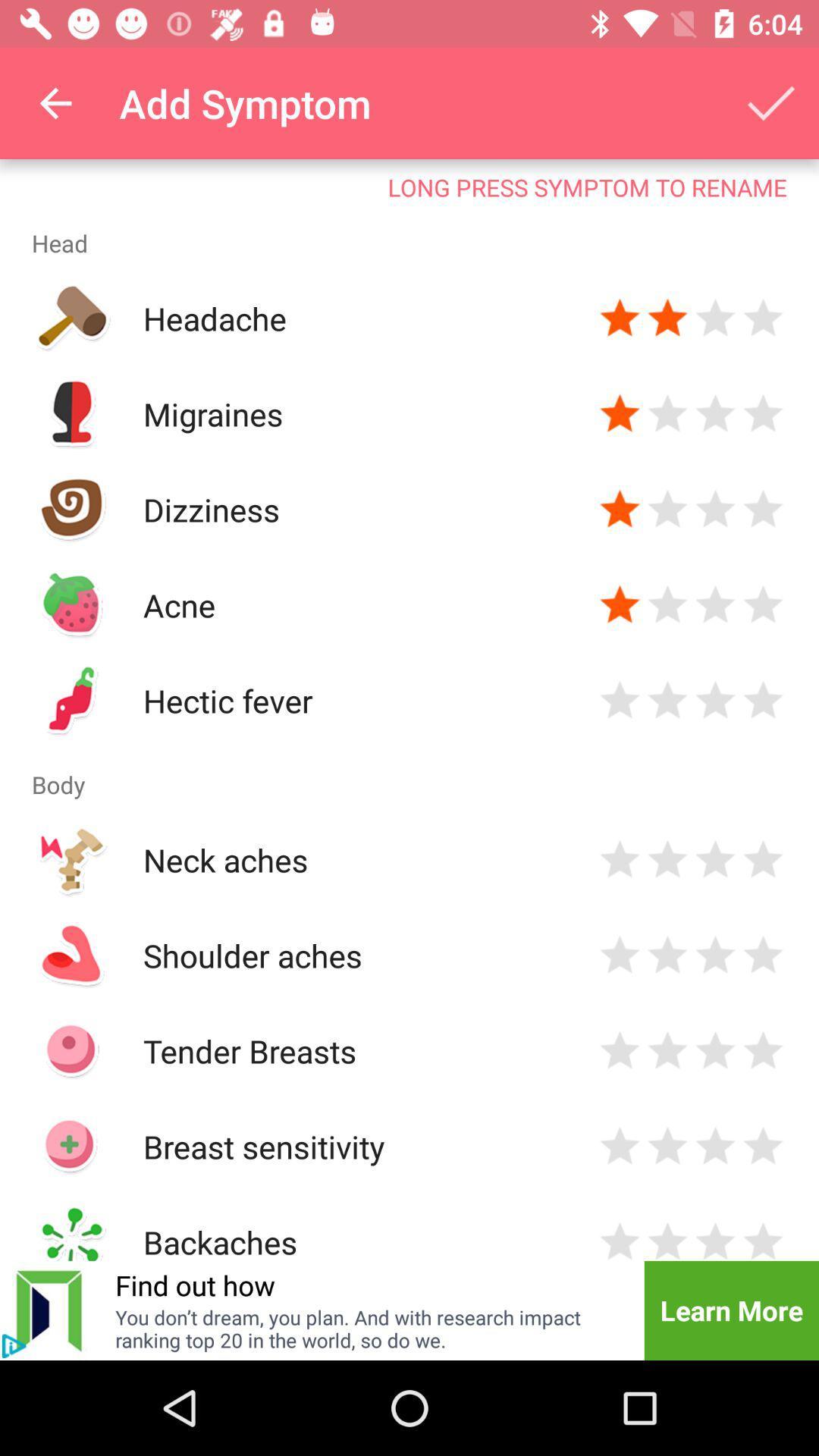  What do you see at coordinates (55, 102) in the screenshot?
I see `icon next to add symptom item` at bounding box center [55, 102].